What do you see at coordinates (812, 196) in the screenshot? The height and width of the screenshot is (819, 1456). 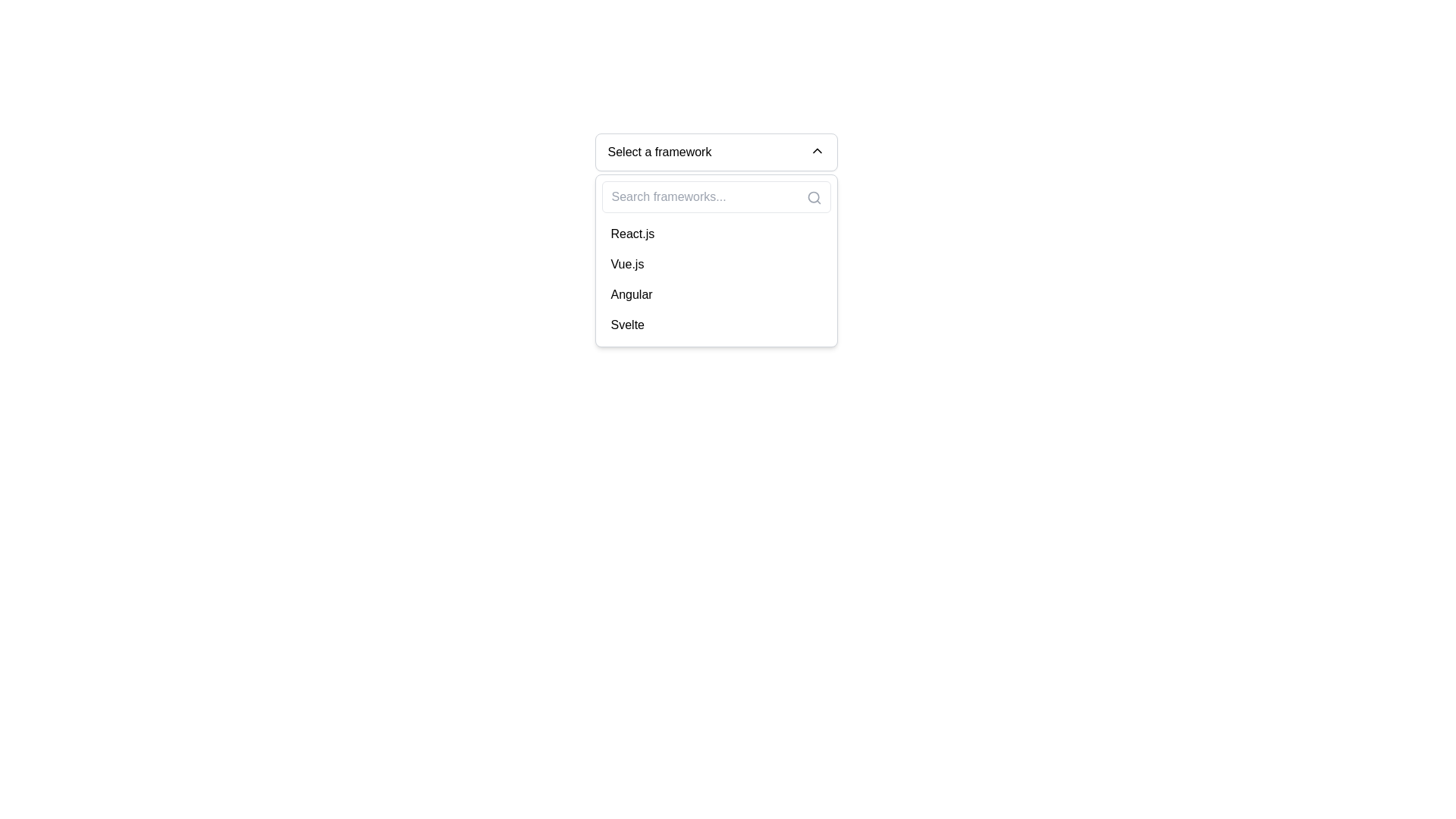 I see `the circular component of the magnifying glass icon in the SVG image, located at the top-right corner of the dropdown input area` at bounding box center [812, 196].